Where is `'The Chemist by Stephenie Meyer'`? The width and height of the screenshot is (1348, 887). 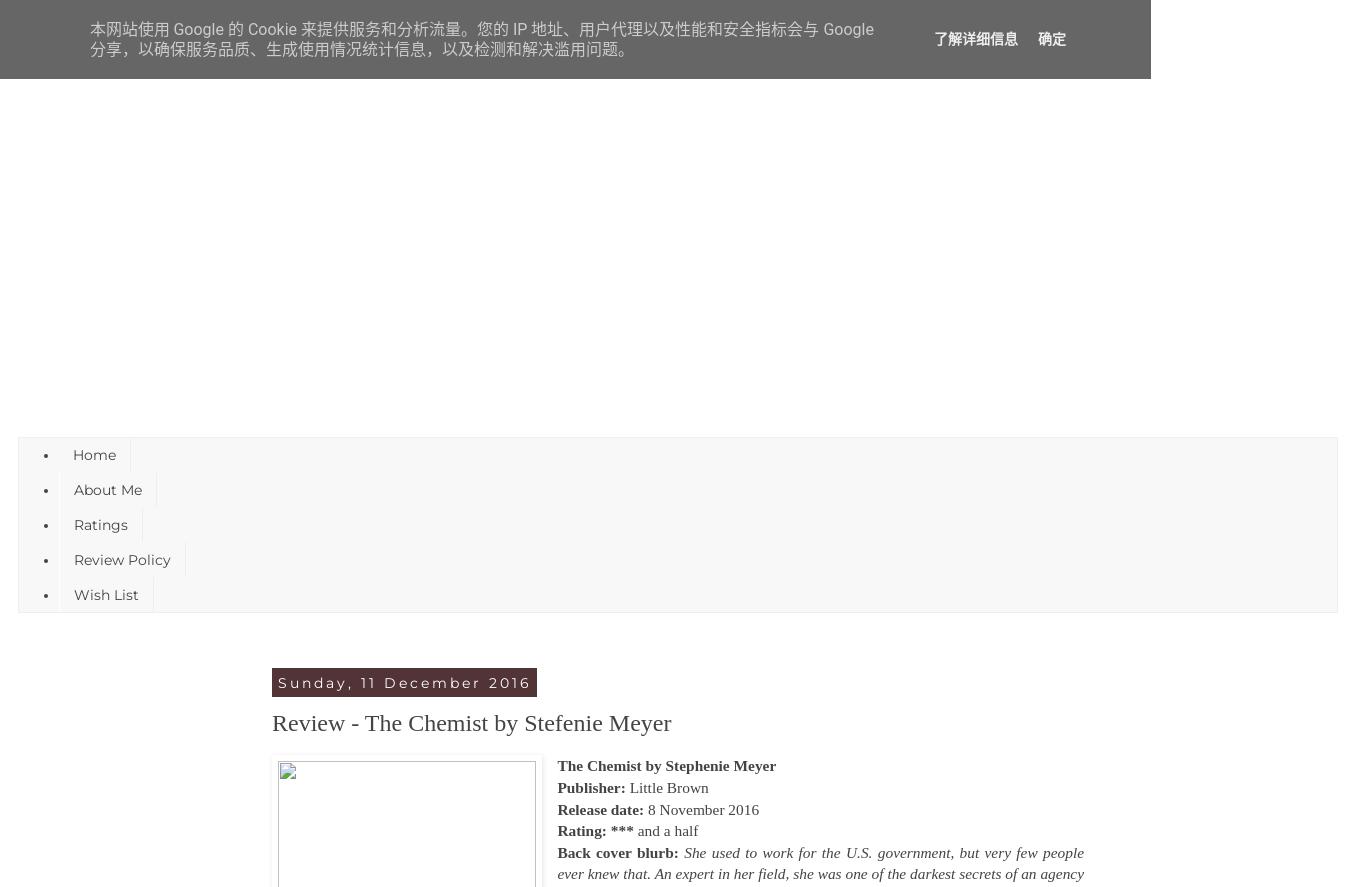 'The Chemist by Stephenie Meyer' is located at coordinates (666, 764).